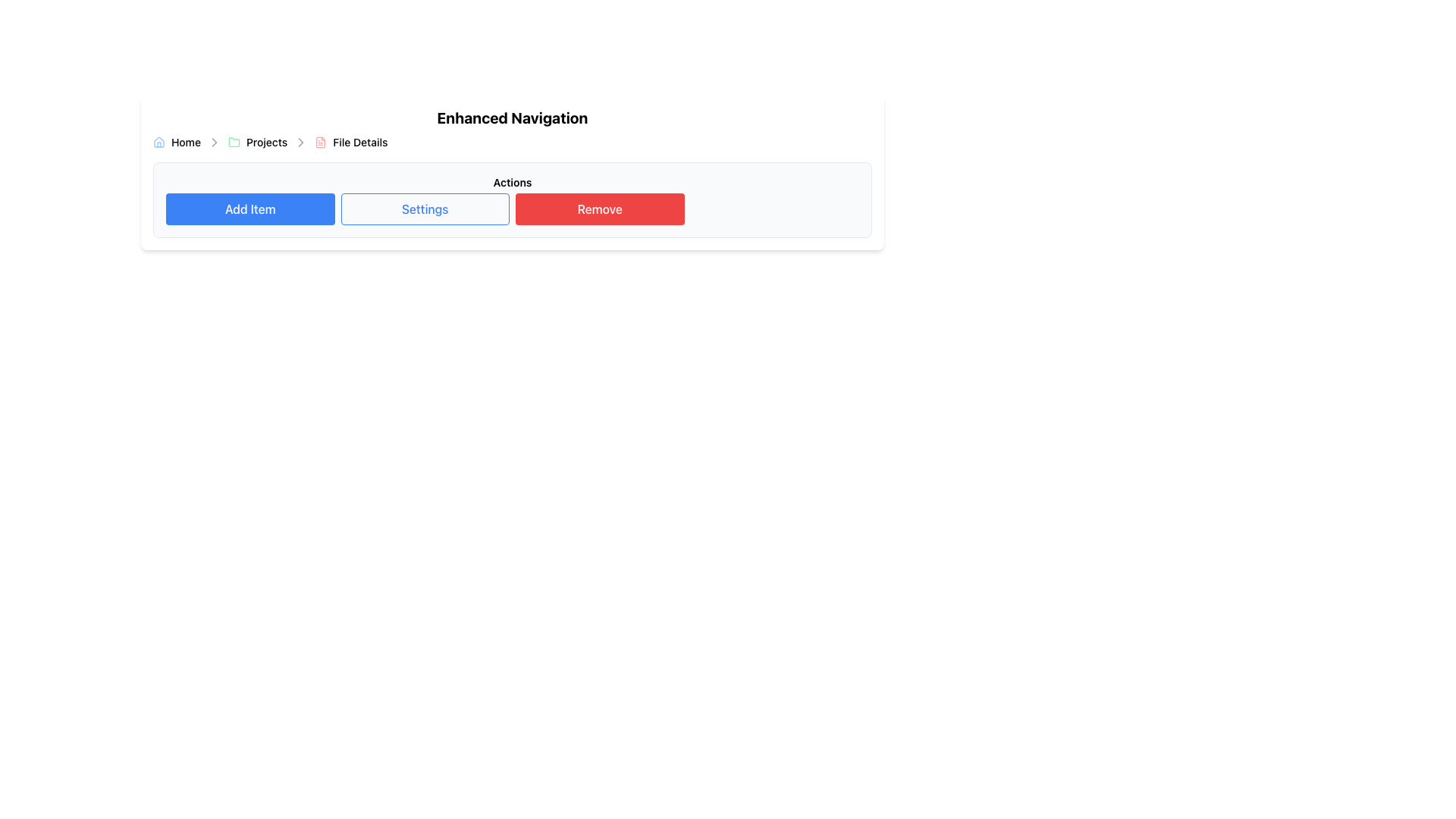  Describe the element at coordinates (599, 209) in the screenshot. I see `the 'Remove' button, which is a rectangular button with a red background and white text, located in the 'Actions' section at the far right of the three horizontally arranged buttons` at that location.